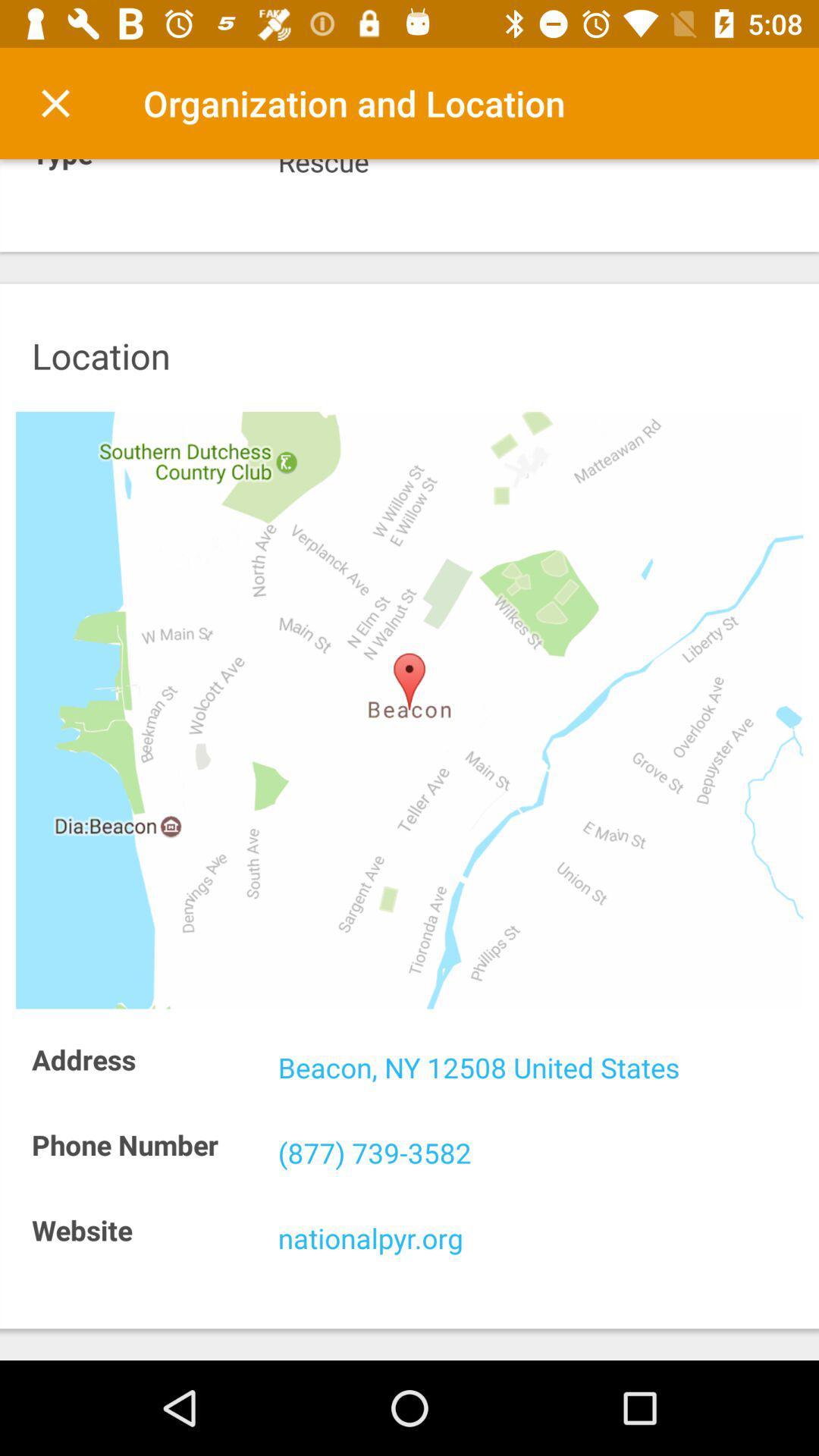 This screenshot has width=819, height=1456. Describe the element at coordinates (409, 709) in the screenshot. I see `the icon at the center` at that location.